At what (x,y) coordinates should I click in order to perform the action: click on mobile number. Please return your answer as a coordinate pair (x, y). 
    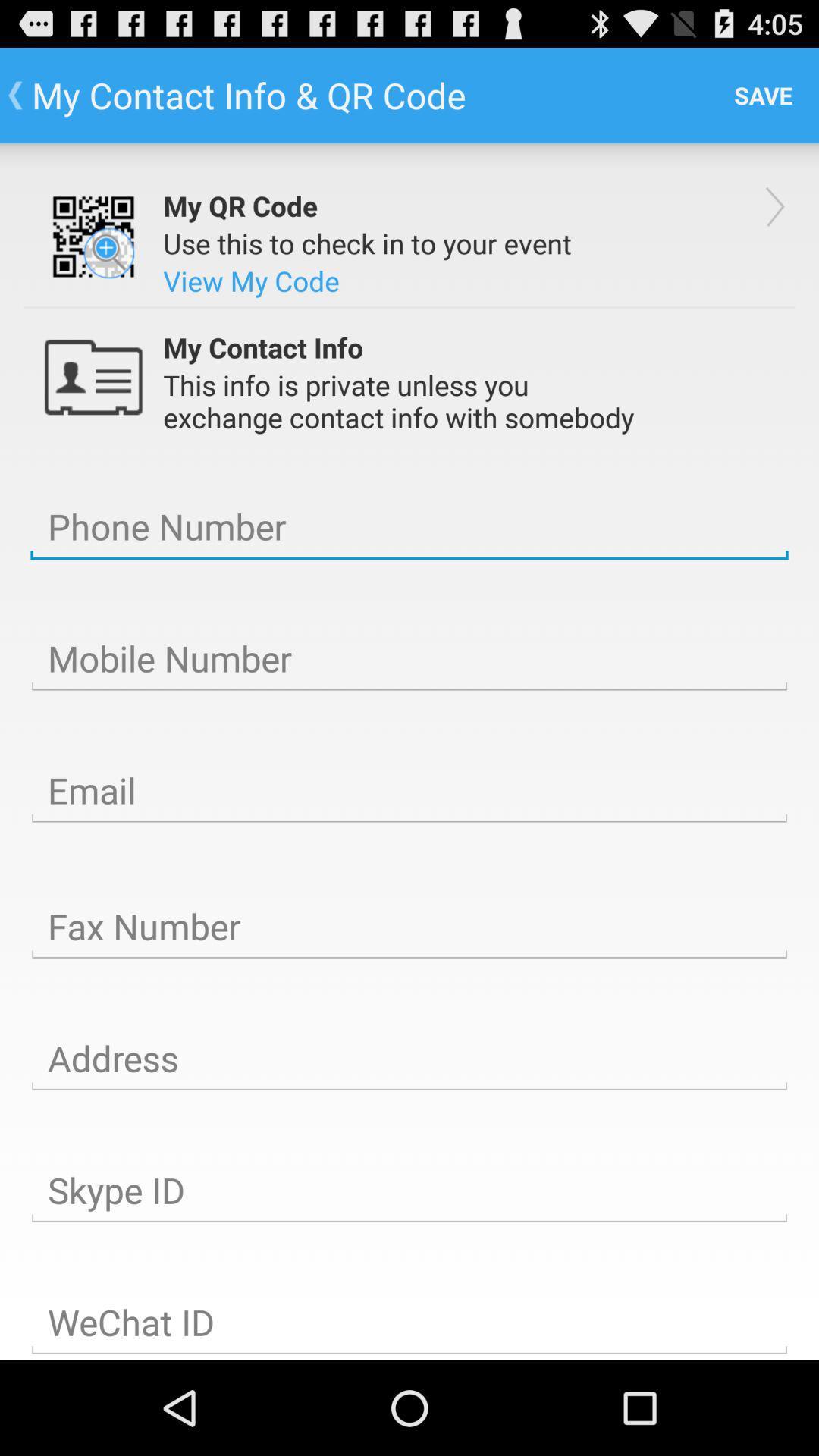
    Looking at the image, I should click on (409, 659).